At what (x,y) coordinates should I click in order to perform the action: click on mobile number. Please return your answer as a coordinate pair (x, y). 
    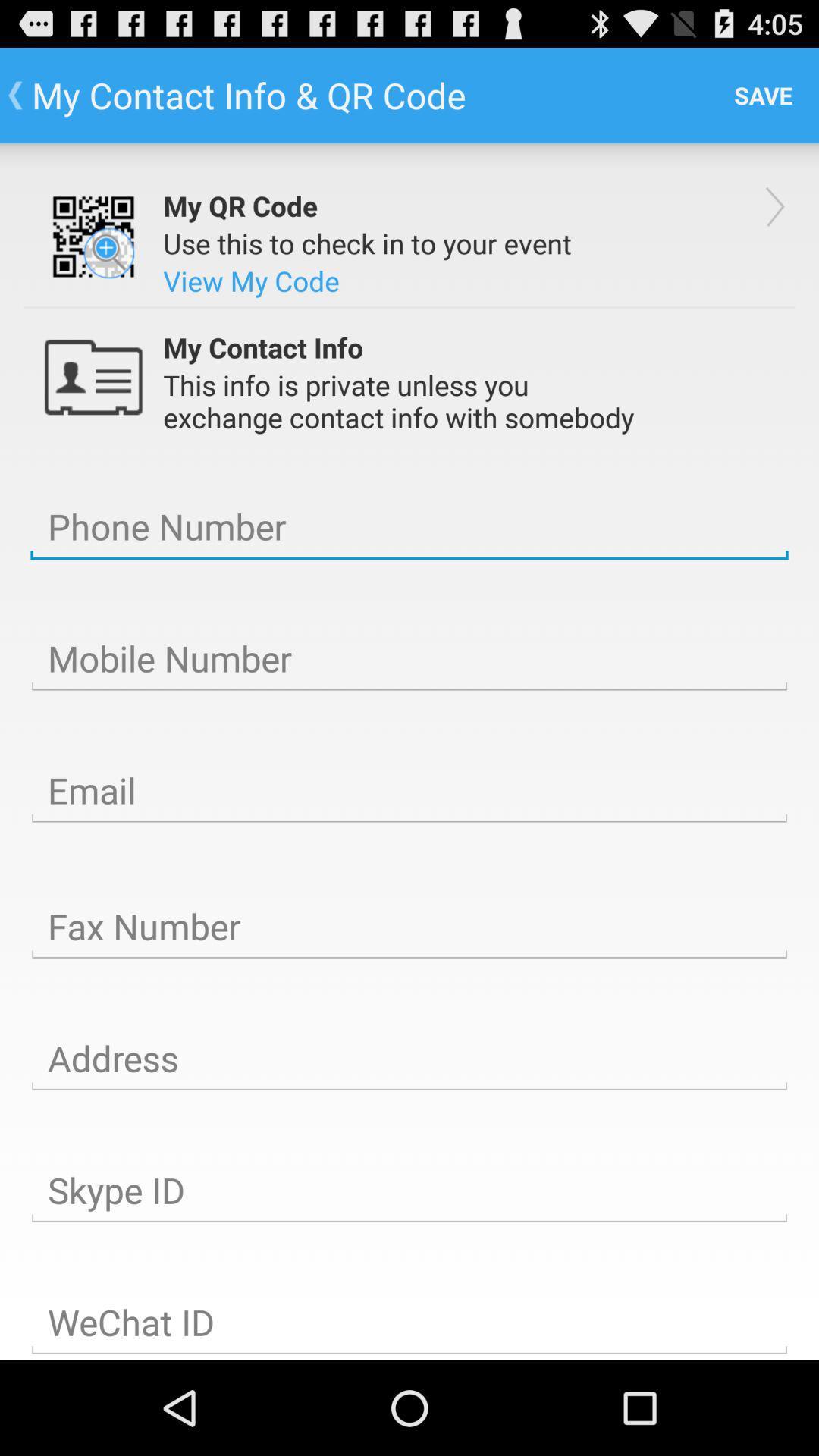
    Looking at the image, I should click on (409, 659).